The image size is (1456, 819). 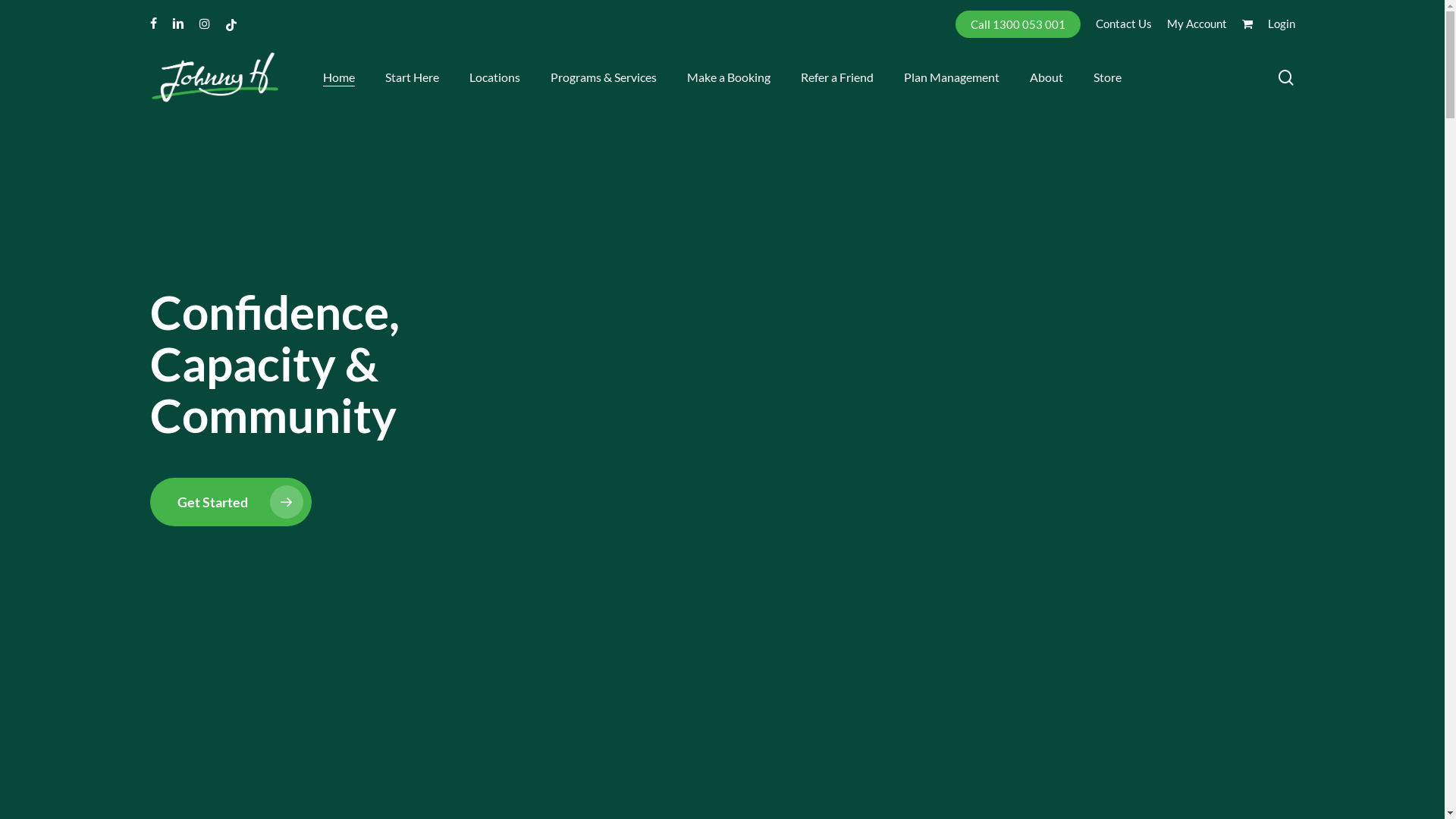 I want to click on 'Login', so click(x=1267, y=23).